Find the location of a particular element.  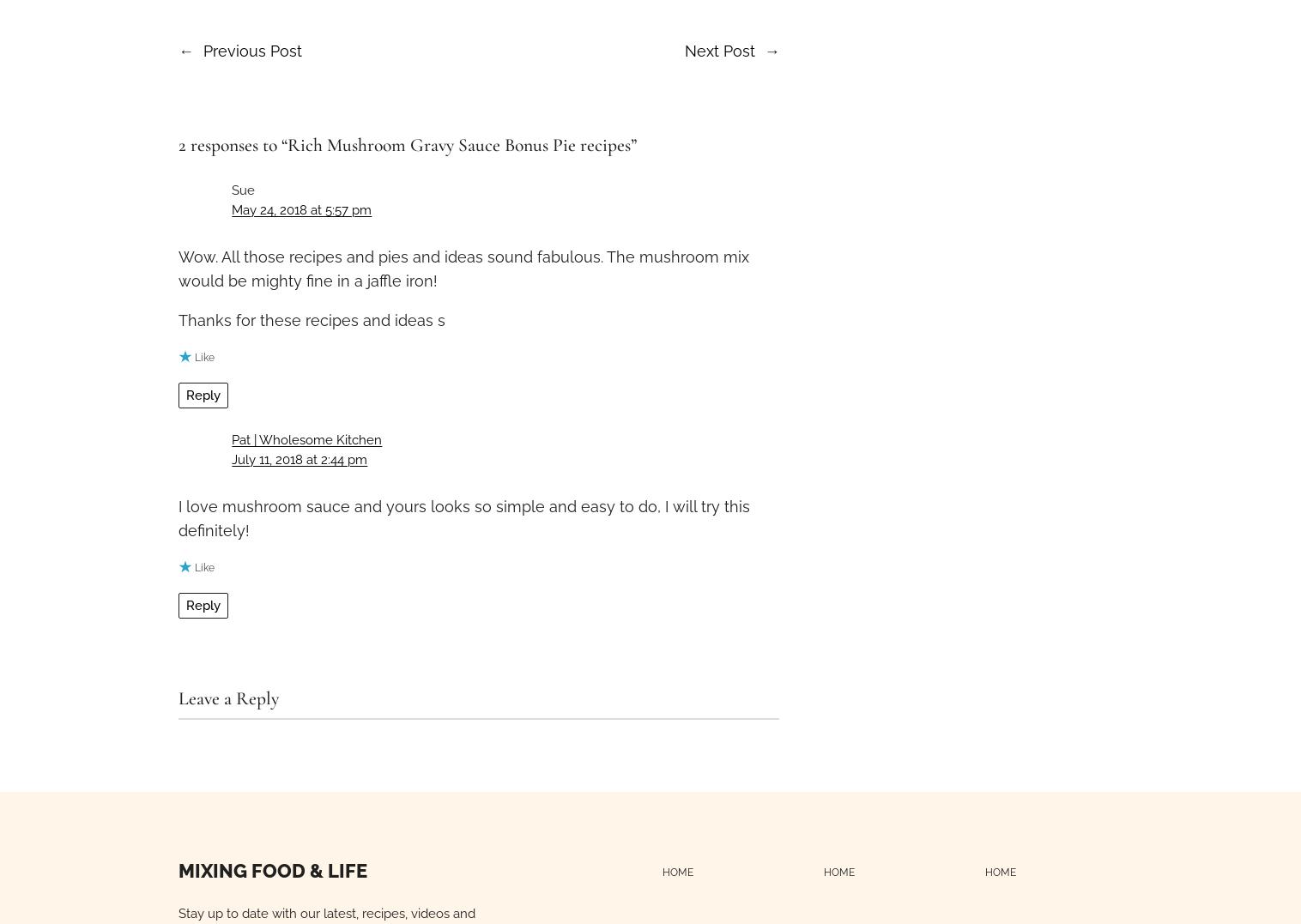

'I love mushroom sauce and yours looks so simple and easy to do, I will try this definitely!' is located at coordinates (463, 517).